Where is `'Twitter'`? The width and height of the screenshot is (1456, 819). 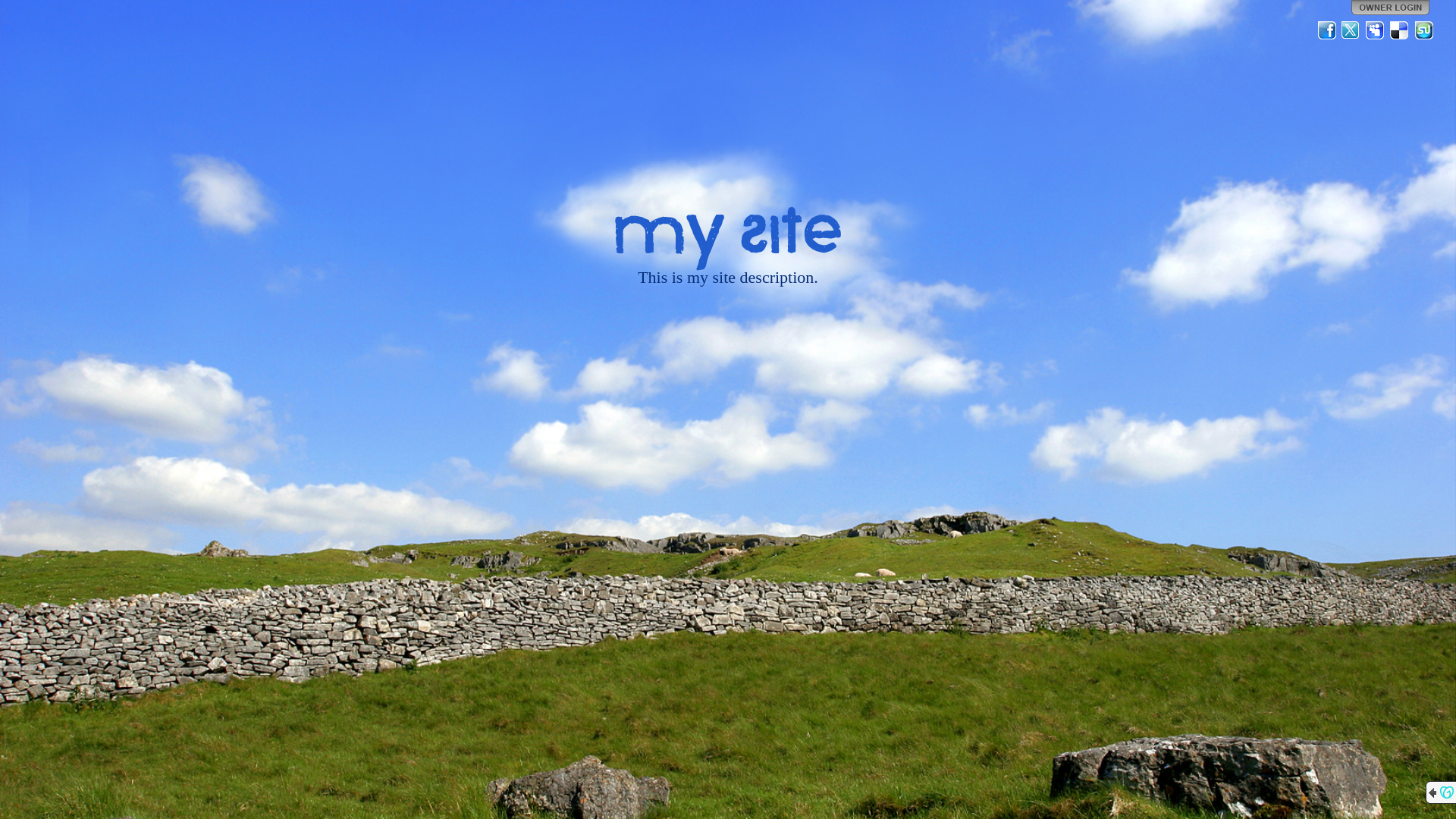 'Twitter' is located at coordinates (1340, 30).